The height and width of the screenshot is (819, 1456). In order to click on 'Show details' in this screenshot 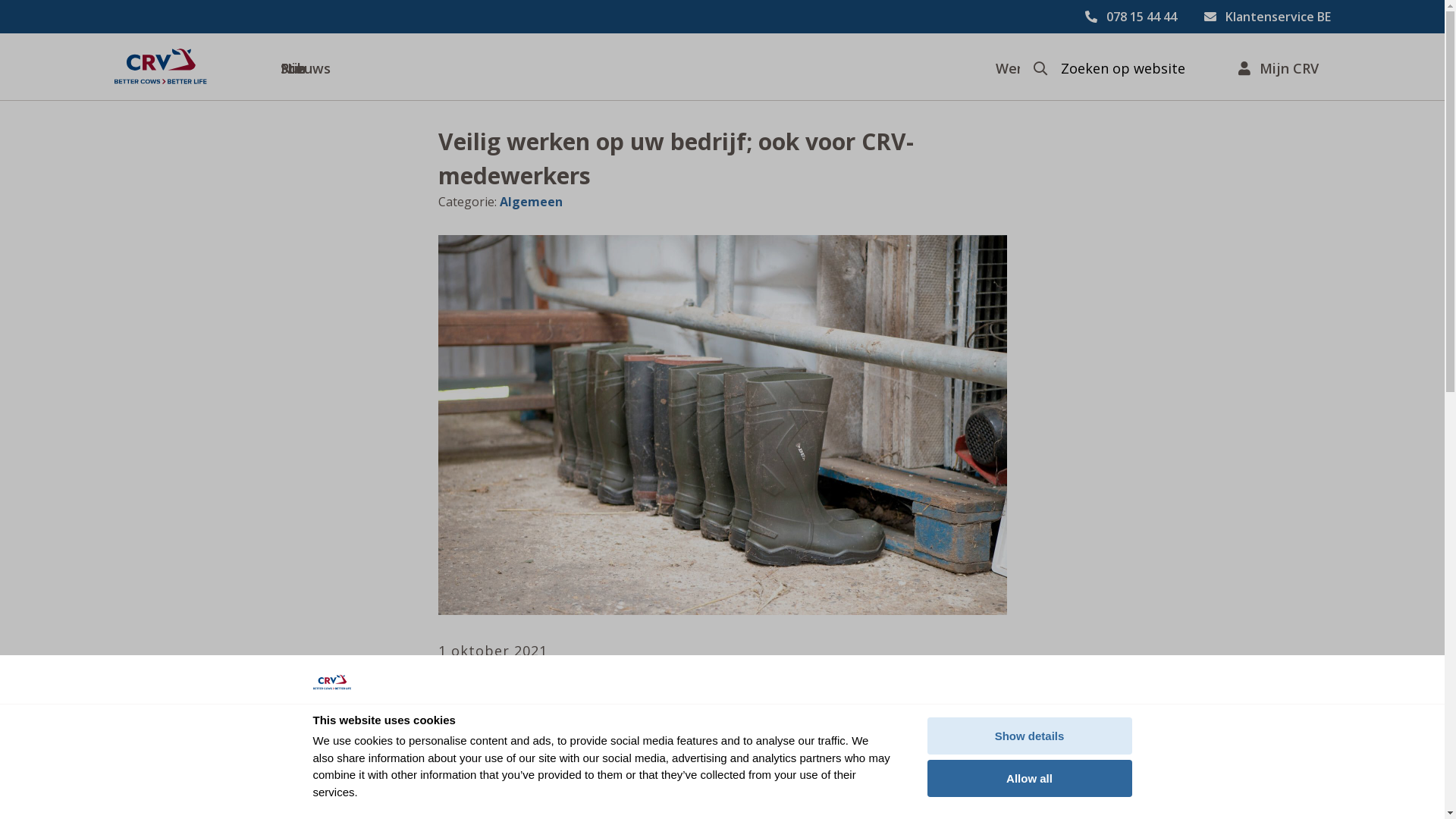, I will do `click(1029, 735)`.